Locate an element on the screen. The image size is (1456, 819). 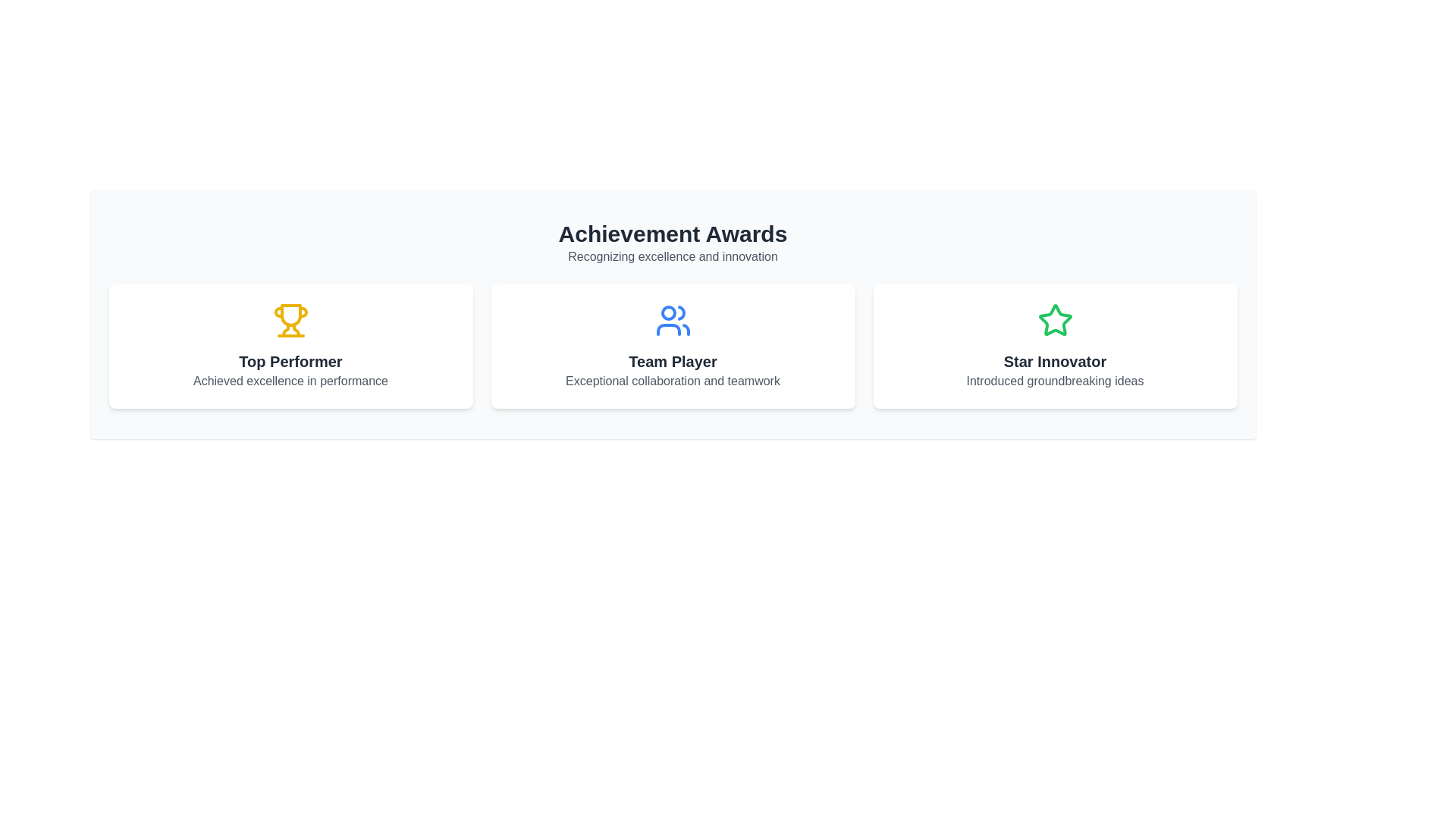
the SVG-based graphic icon representing teamwork and collaboration for the 'Team Player' award, located above the 'Team Player' label is located at coordinates (672, 320).